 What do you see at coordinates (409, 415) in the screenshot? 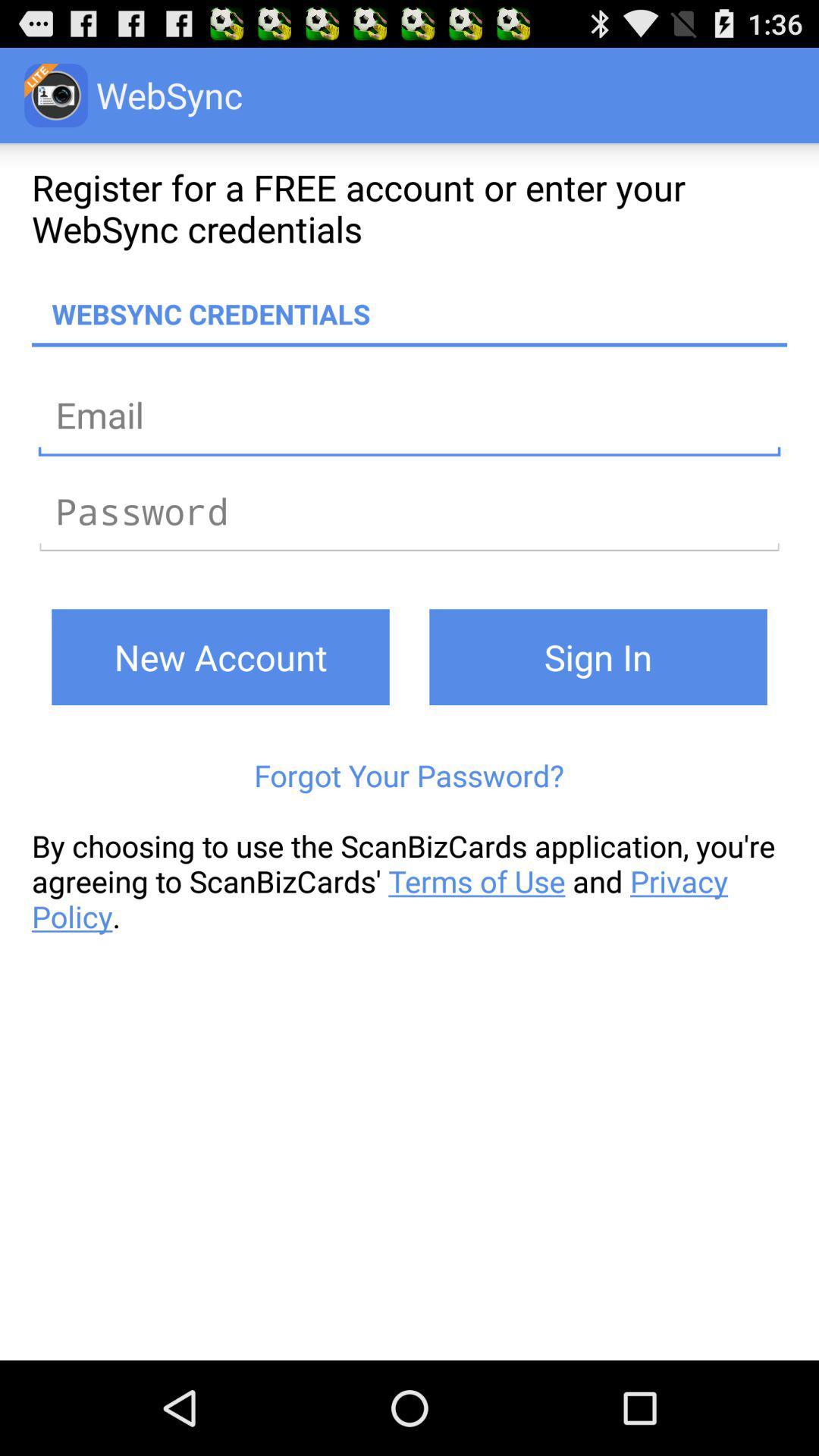
I see `type the e-mail` at bounding box center [409, 415].